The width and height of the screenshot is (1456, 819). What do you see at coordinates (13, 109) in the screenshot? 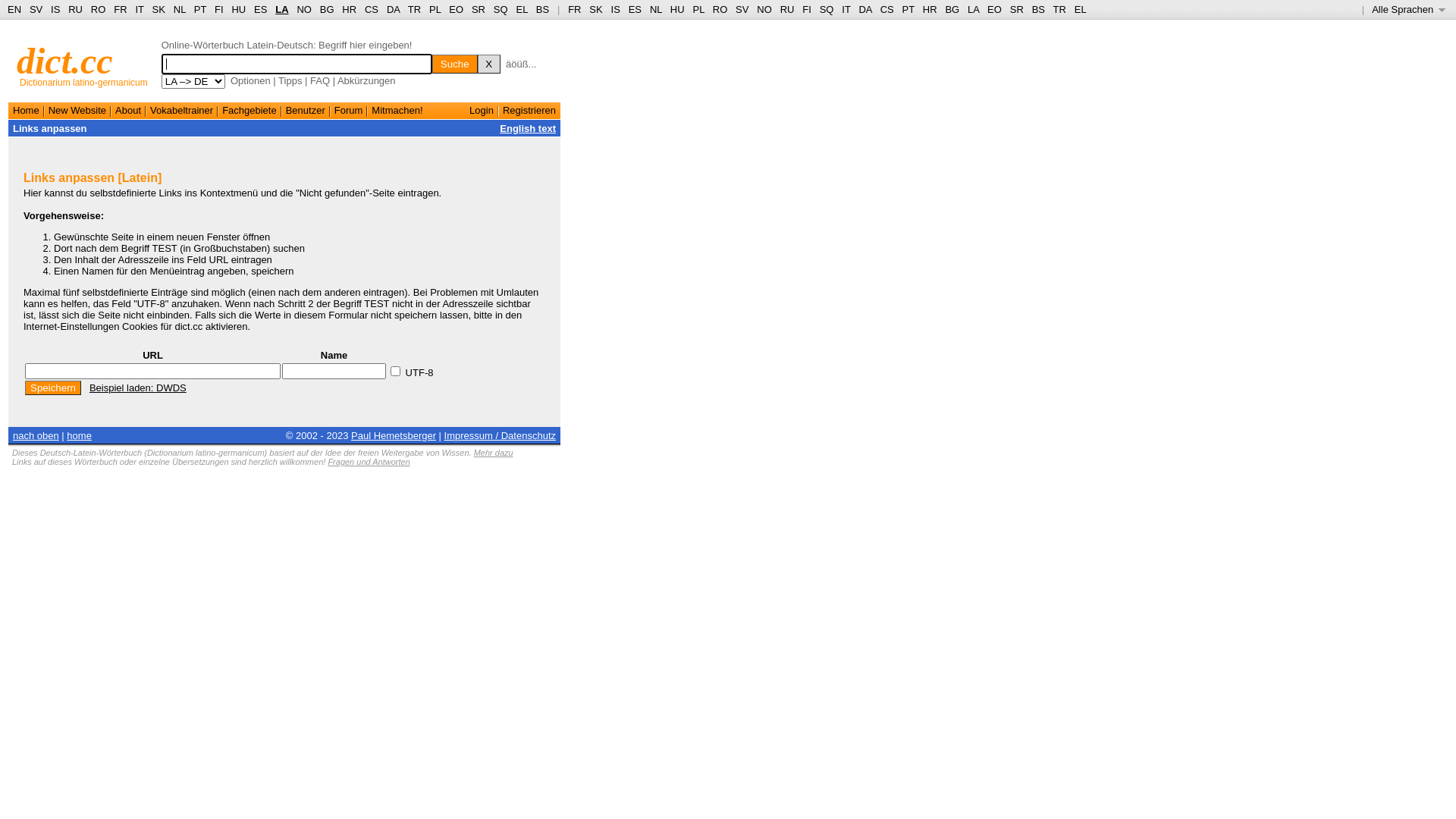
I see `'Home'` at bounding box center [13, 109].